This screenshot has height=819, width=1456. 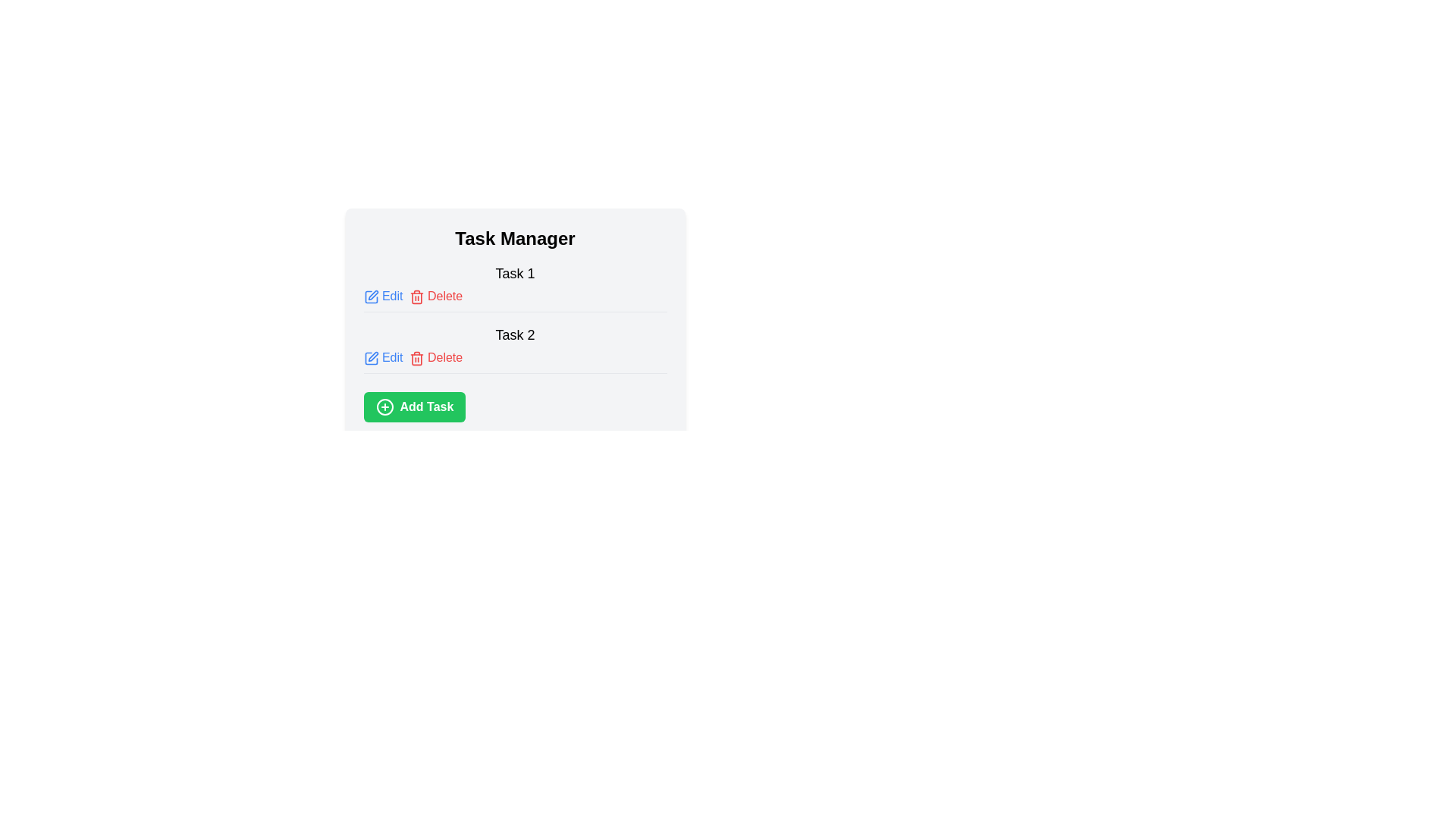 What do you see at coordinates (372, 295) in the screenshot?
I see `the 'Edit' icon, which is represented by a pen overlaying a square in a line-drawing style, located in the first task row next to the 'Delete' button` at bounding box center [372, 295].